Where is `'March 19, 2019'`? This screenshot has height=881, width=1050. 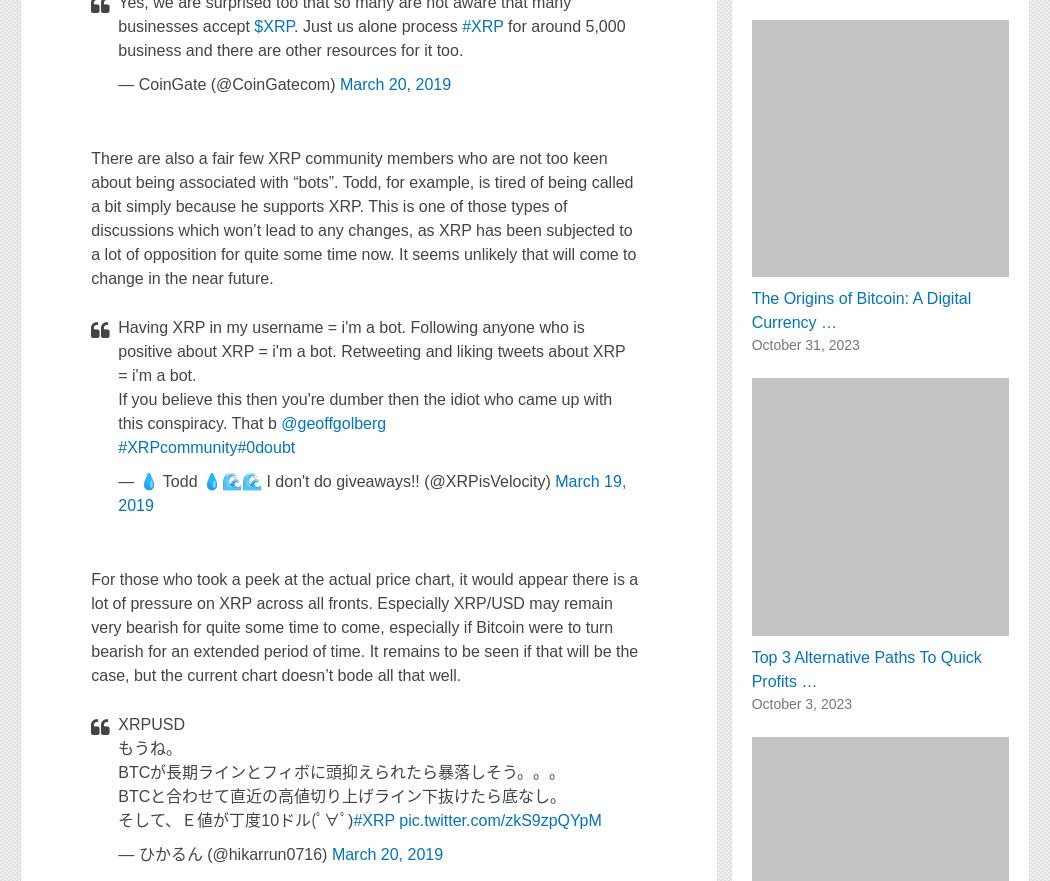
'March 19, 2019' is located at coordinates (371, 492).